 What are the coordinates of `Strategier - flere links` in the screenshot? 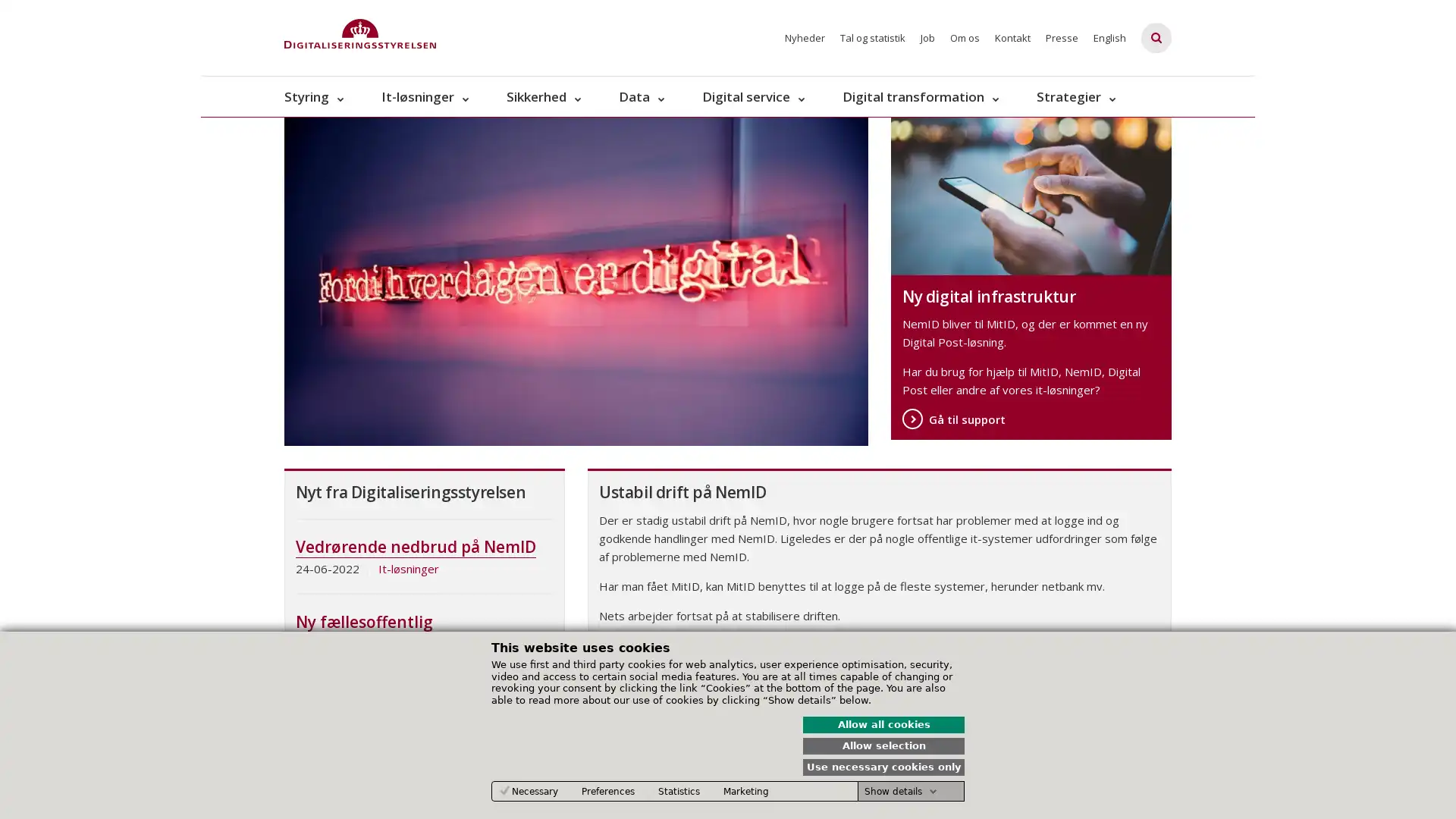 It's located at (1112, 97).